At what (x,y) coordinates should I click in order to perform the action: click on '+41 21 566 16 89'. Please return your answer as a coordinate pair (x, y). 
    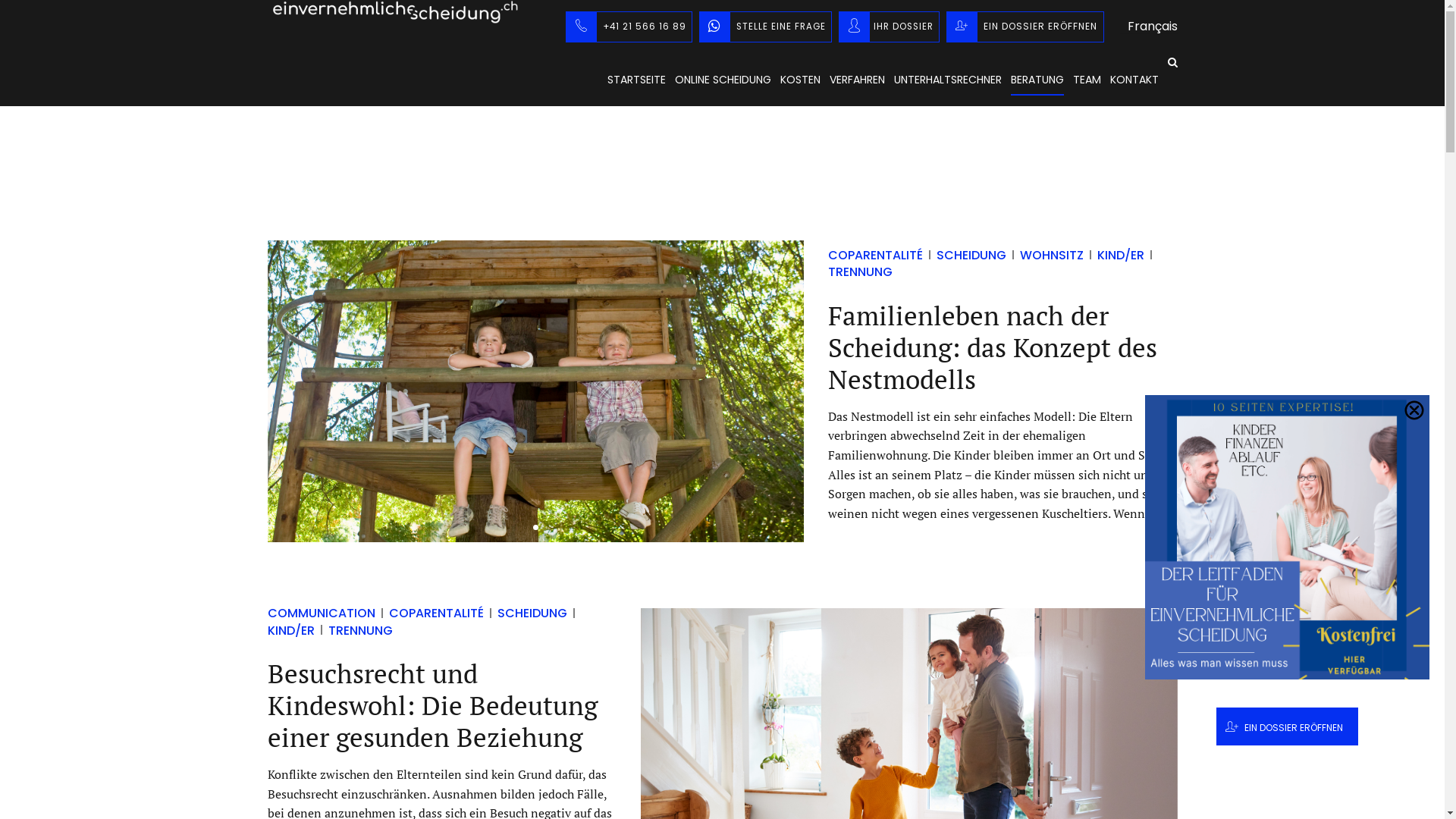
    Looking at the image, I should click on (564, 26).